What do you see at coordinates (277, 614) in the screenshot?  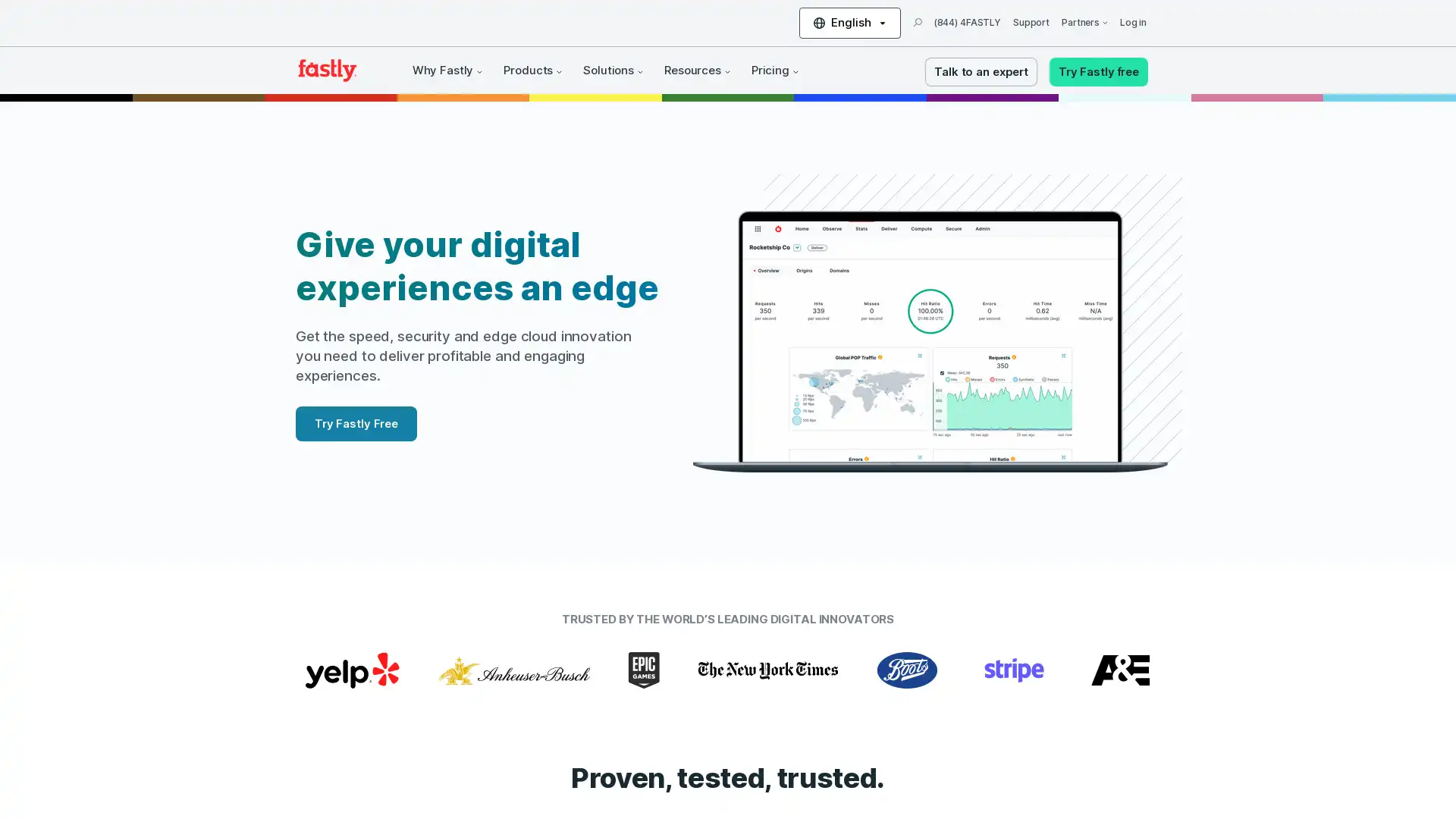 I see `Close` at bounding box center [277, 614].